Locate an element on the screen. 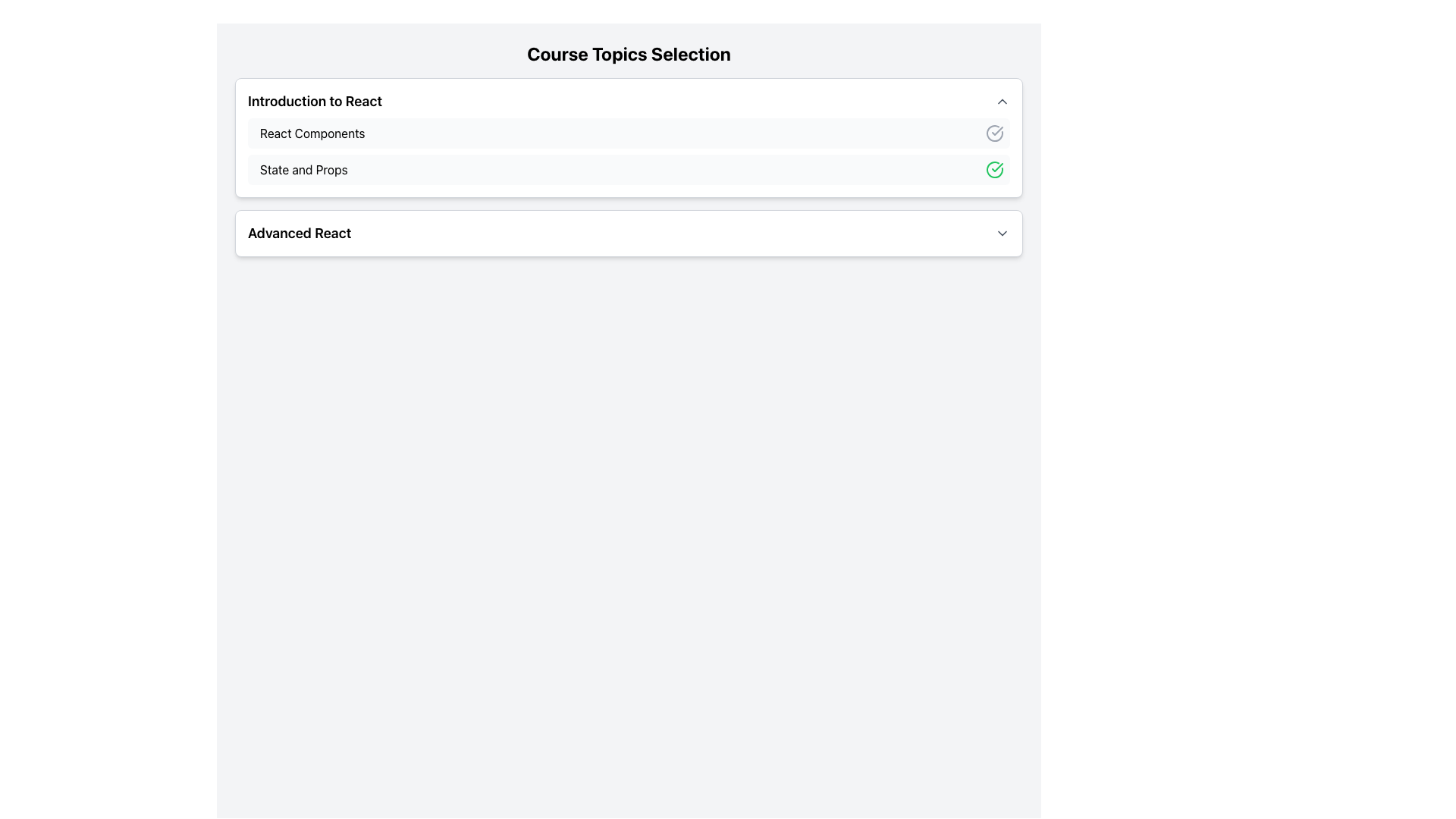 Image resolution: width=1456 pixels, height=819 pixels. the Chevron icon located at the top-right corner of the 'Introduction to React' section is located at coordinates (1002, 102).